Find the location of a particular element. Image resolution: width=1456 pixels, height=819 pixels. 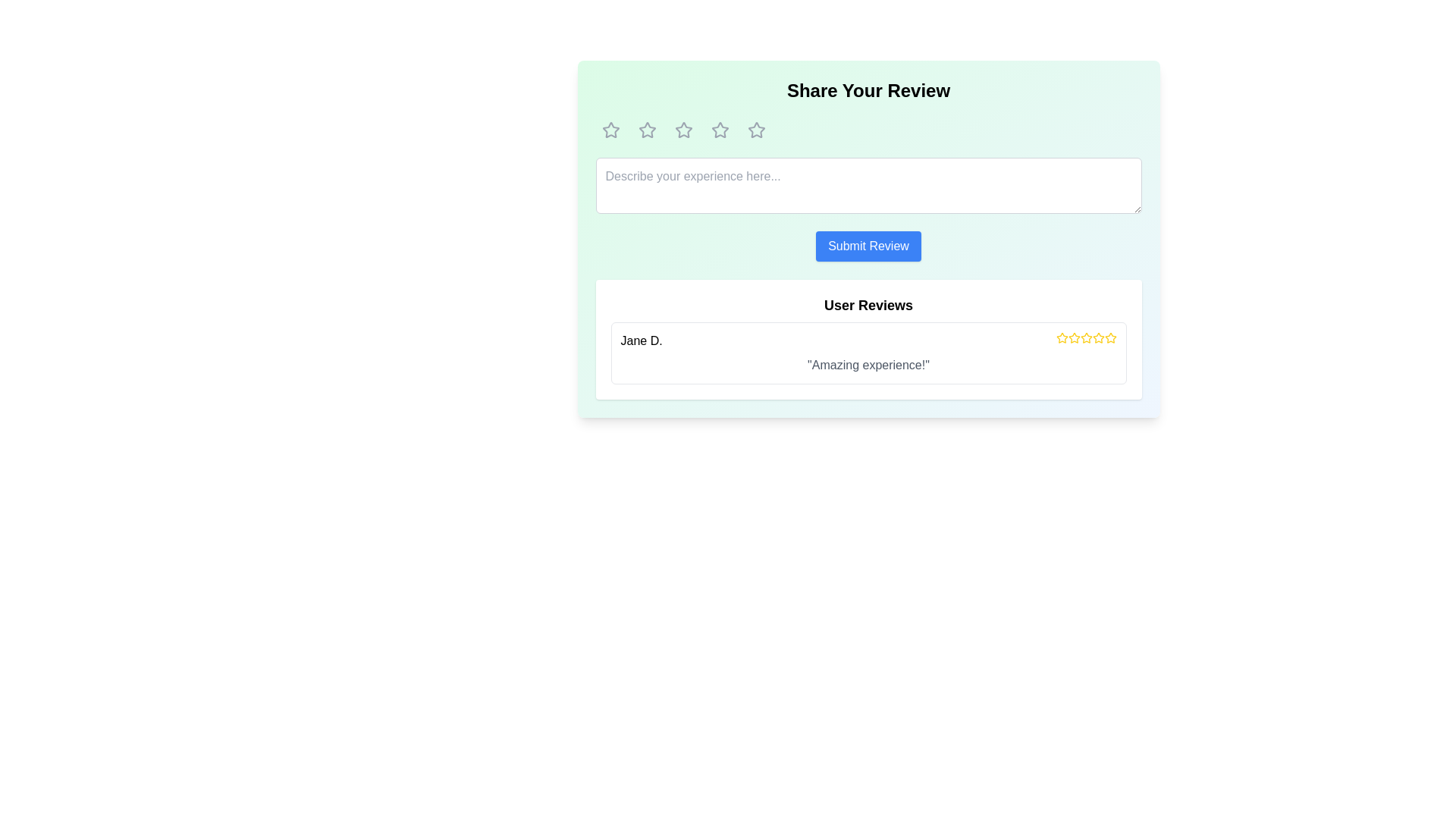

the third star icon in the rating system is located at coordinates (719, 129).